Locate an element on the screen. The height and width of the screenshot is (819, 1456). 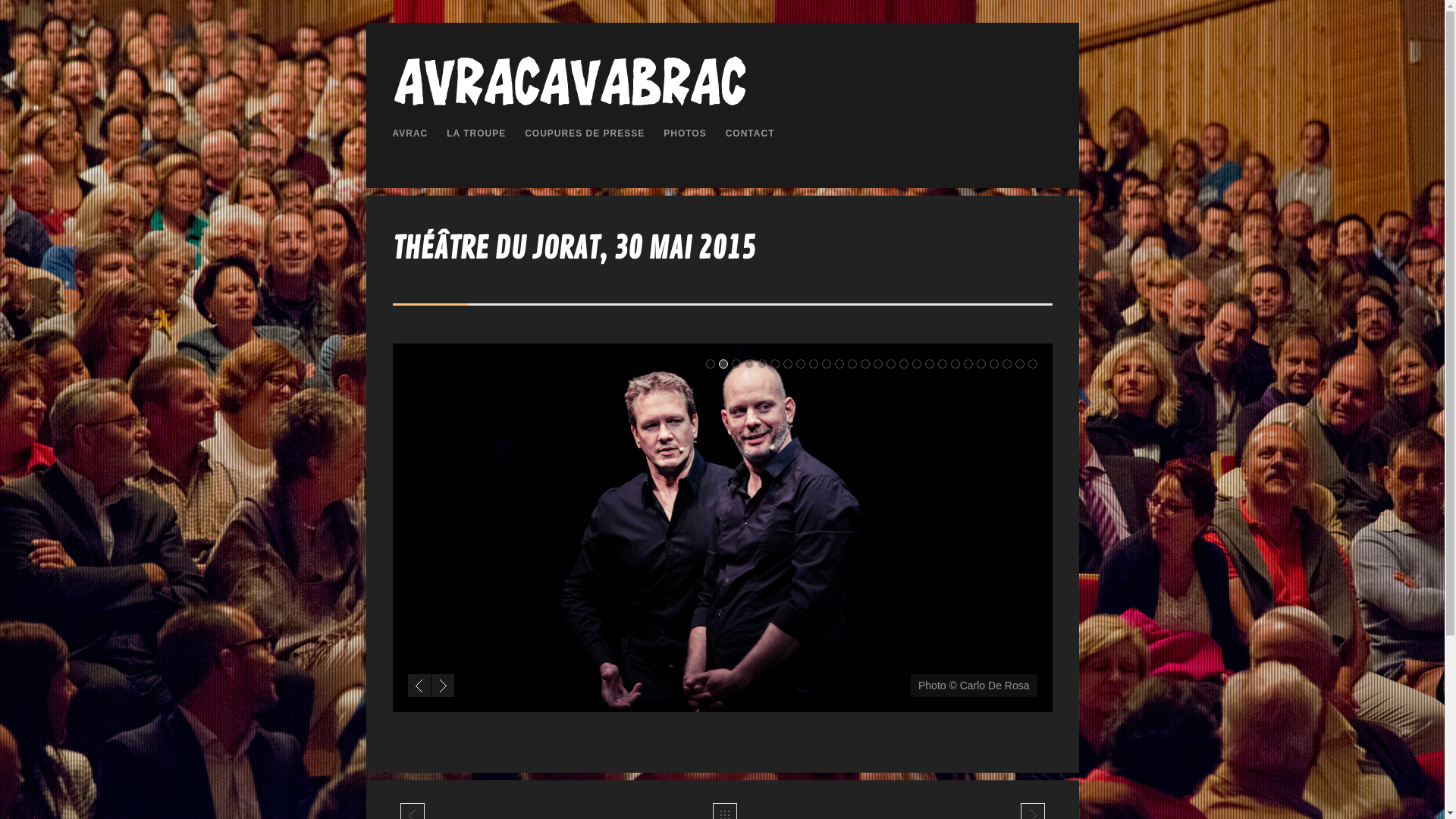
'LA TROUPE' is located at coordinates (475, 133).